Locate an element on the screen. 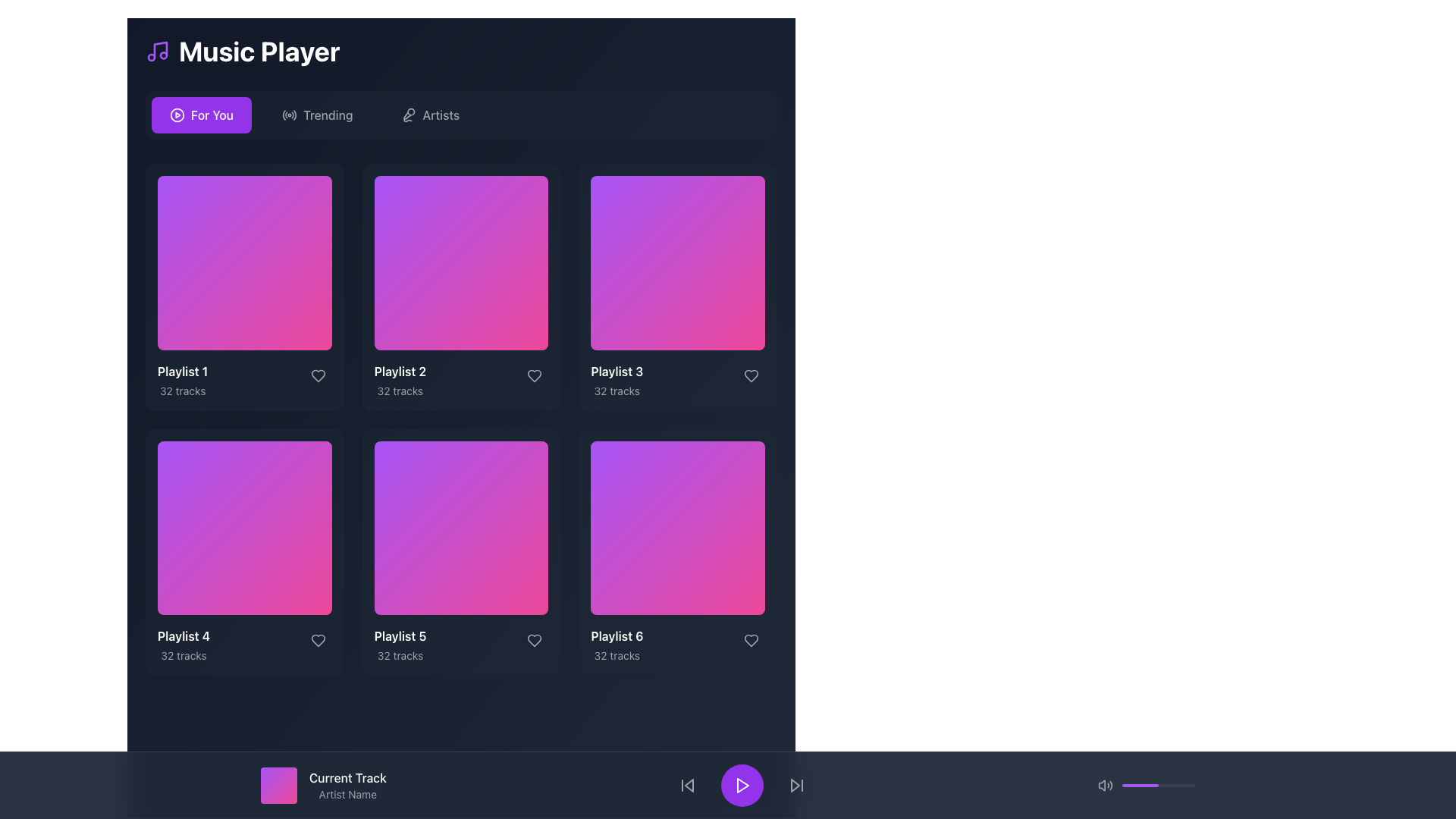  the second tile in the top row of the playlist grid, which has a gradient background transitioning from purple to pink is located at coordinates (460, 262).